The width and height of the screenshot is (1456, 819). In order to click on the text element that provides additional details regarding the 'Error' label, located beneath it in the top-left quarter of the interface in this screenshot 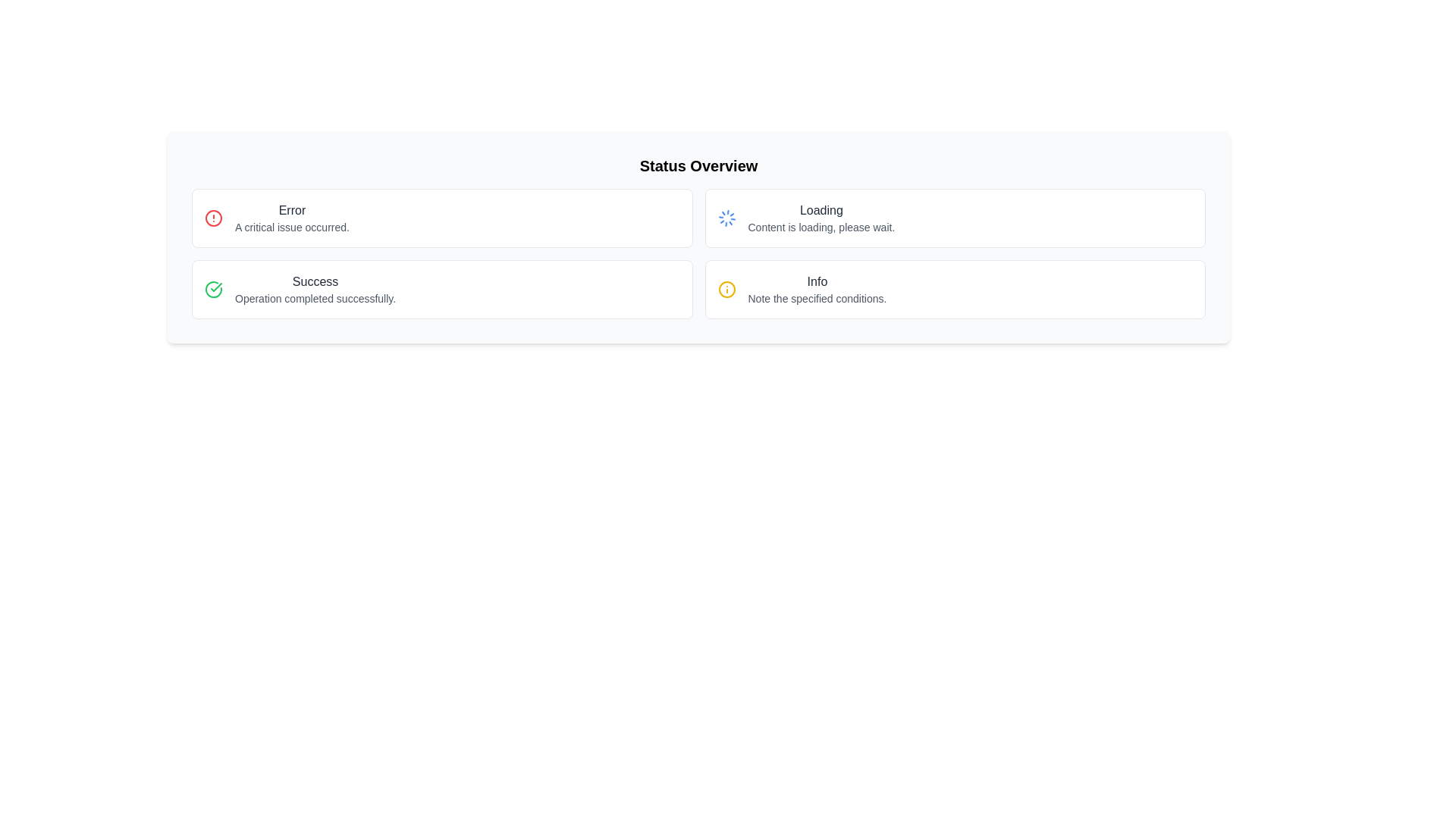, I will do `click(292, 227)`.